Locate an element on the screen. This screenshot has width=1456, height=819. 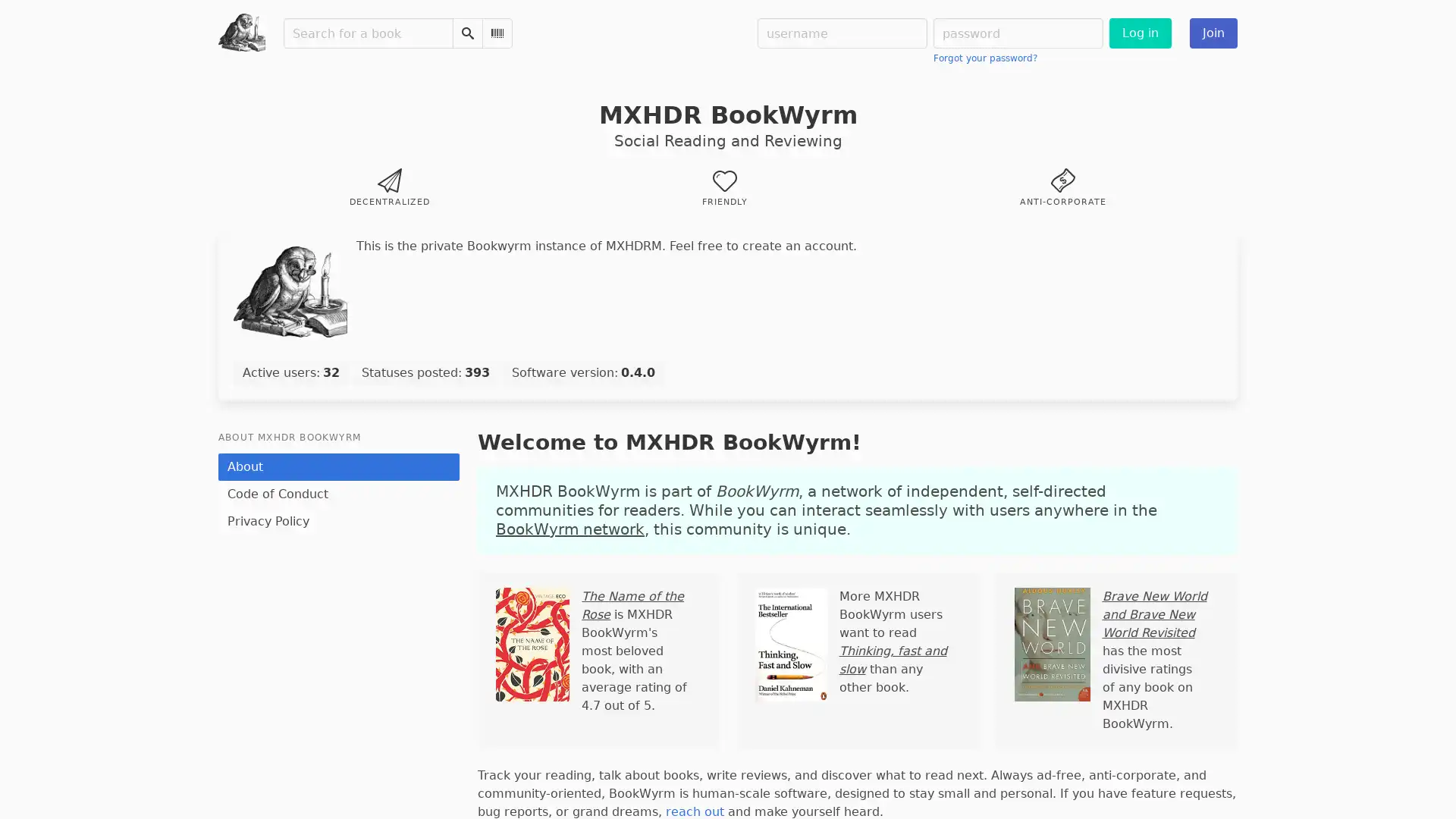
Log in is located at coordinates (1140, 33).